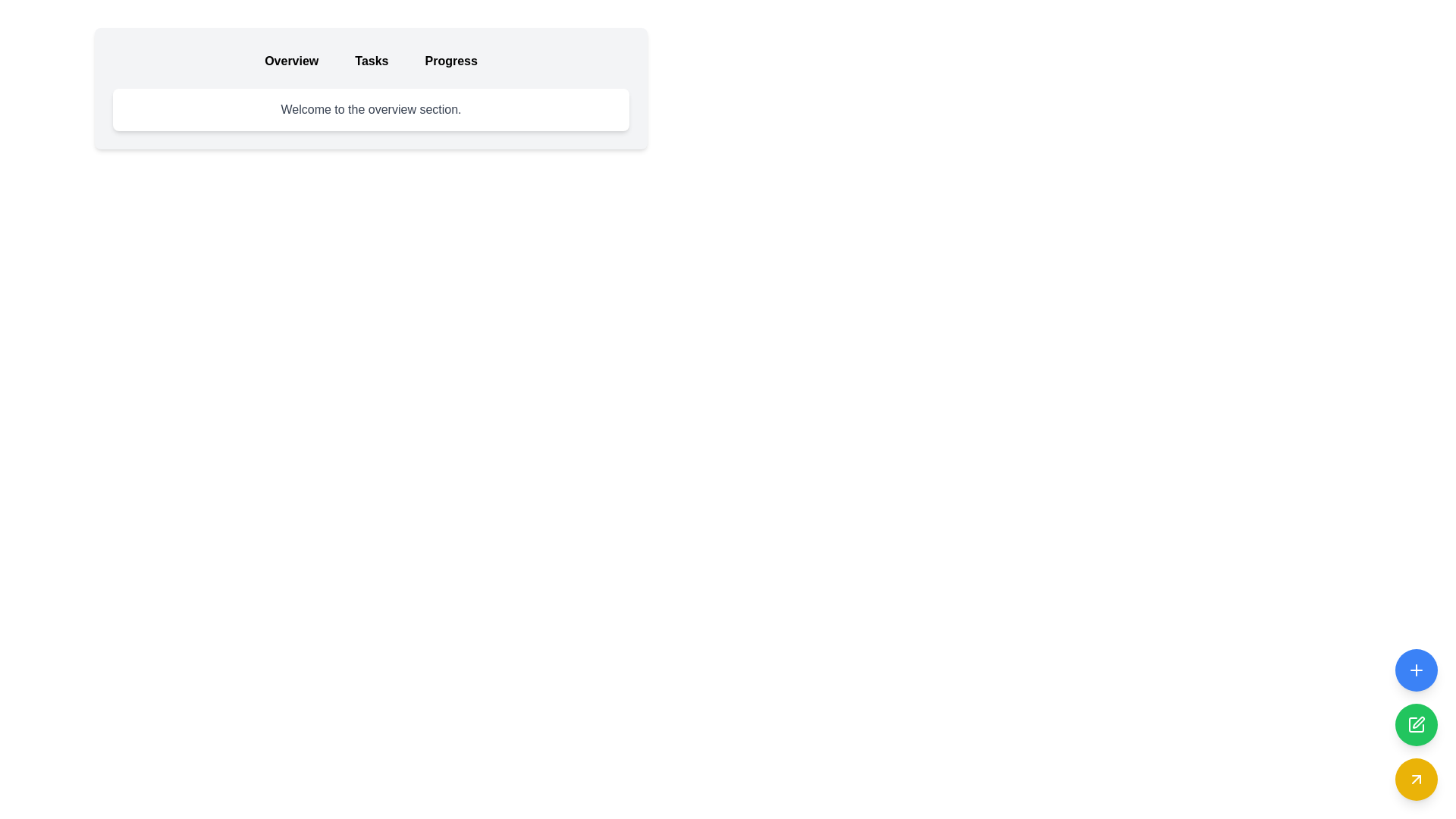 The height and width of the screenshot is (819, 1456). Describe the element at coordinates (371, 109) in the screenshot. I see `content from the rectangular text box with a white background and gray text that says 'Welcome to the overview section.'` at that location.